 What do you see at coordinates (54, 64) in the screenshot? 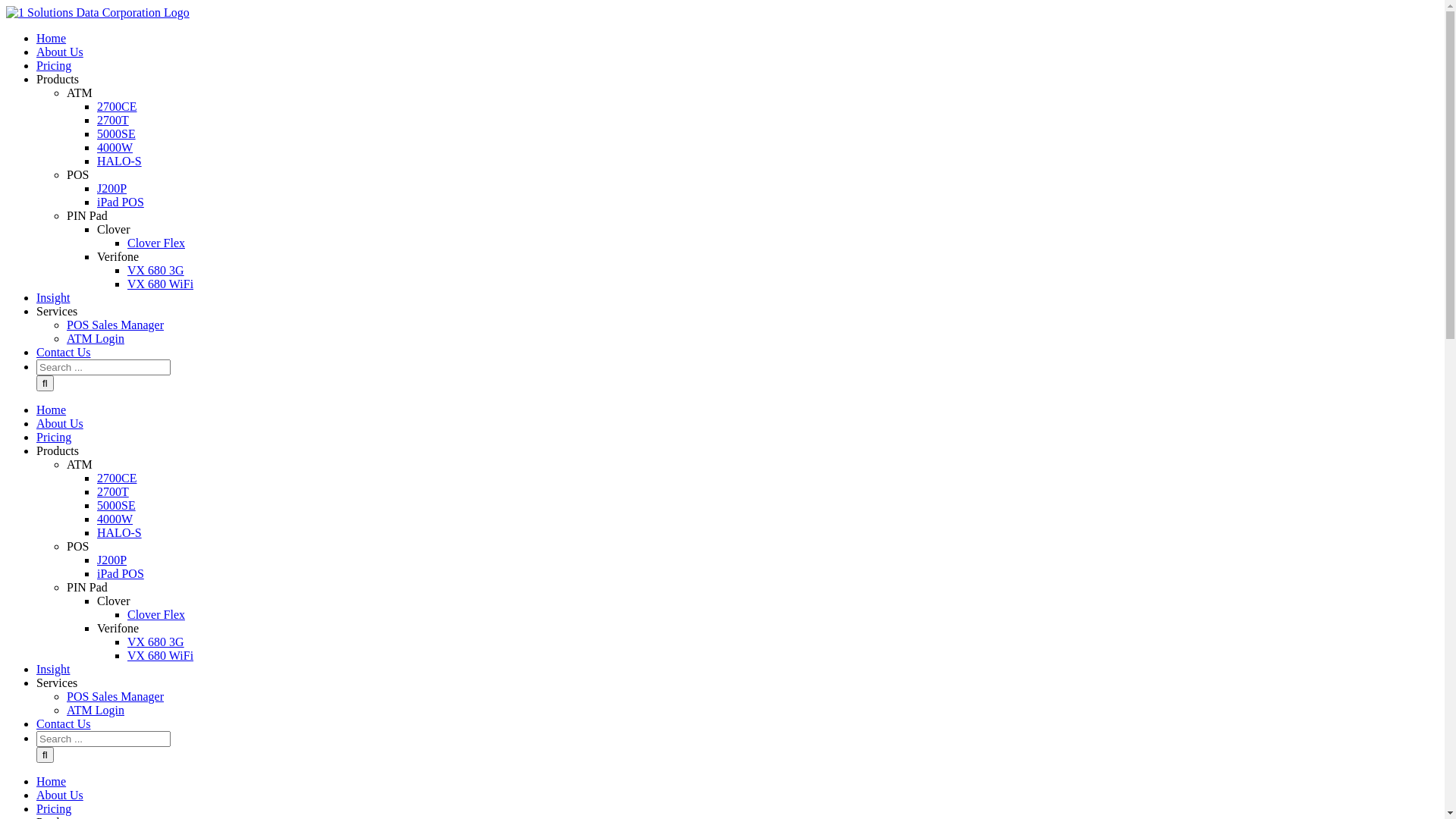
I see `'Pricing'` at bounding box center [54, 64].